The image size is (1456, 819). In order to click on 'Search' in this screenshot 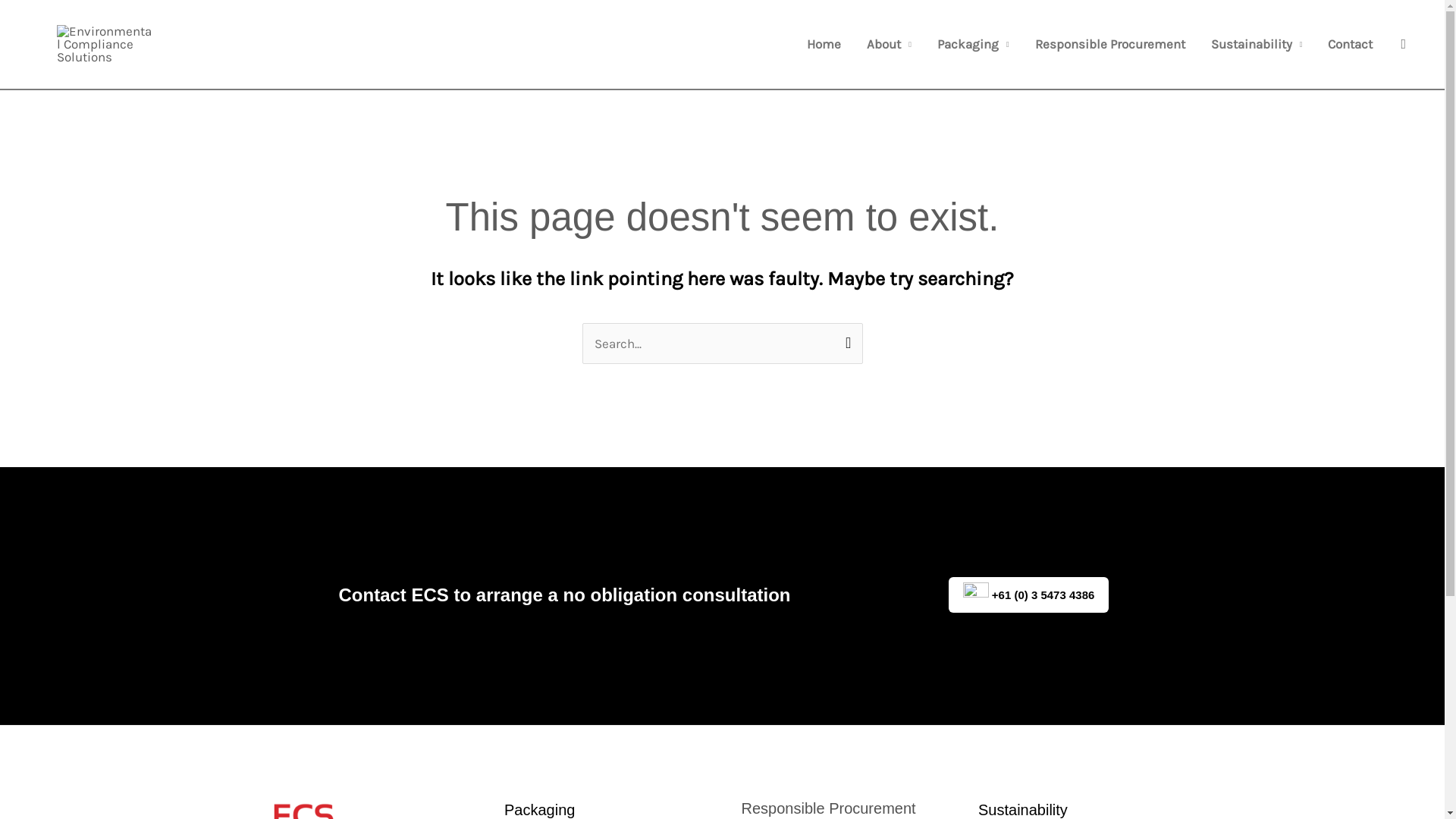, I will do `click(827, 337)`.